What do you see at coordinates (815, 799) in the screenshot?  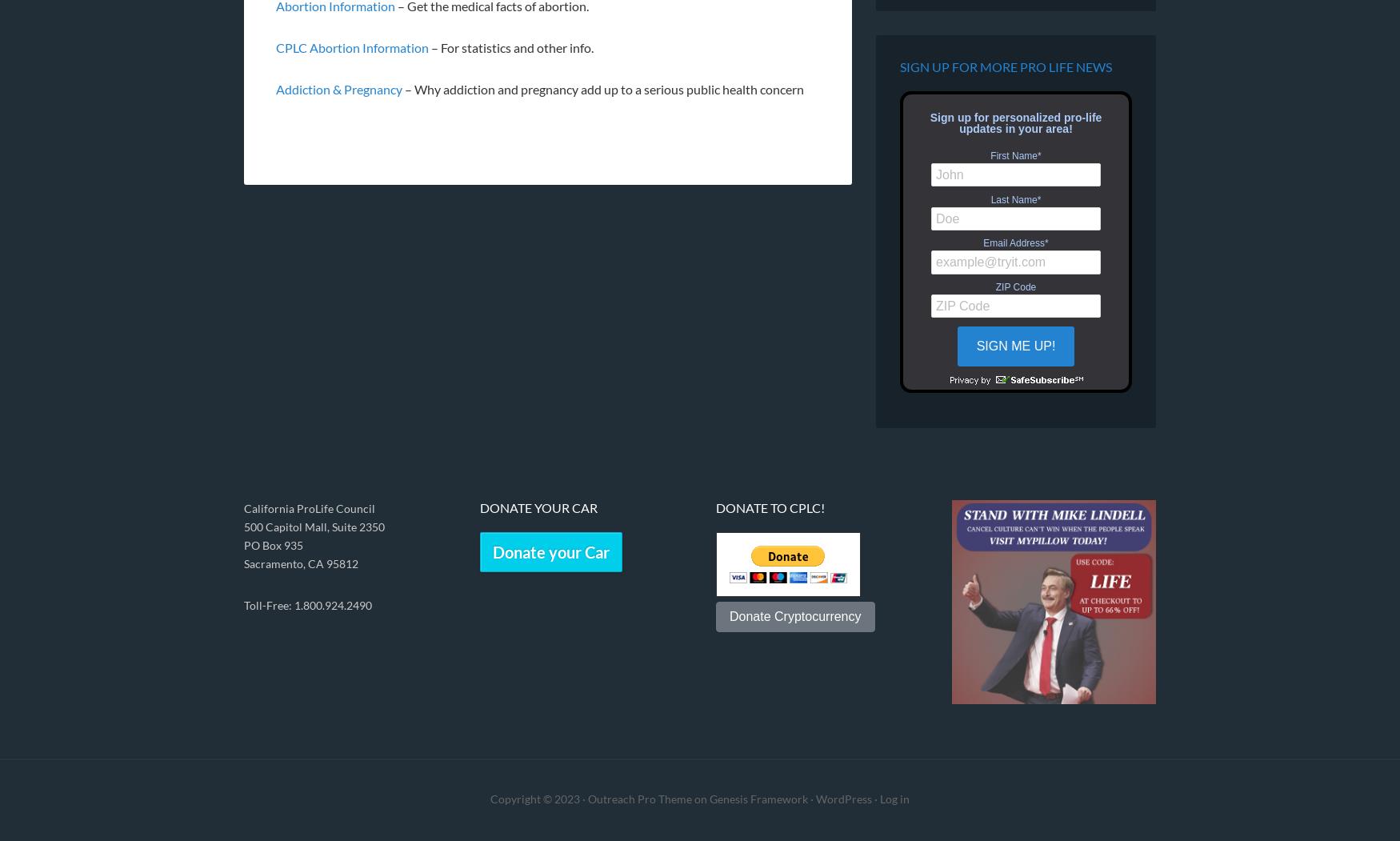 I see `'WordPress'` at bounding box center [815, 799].